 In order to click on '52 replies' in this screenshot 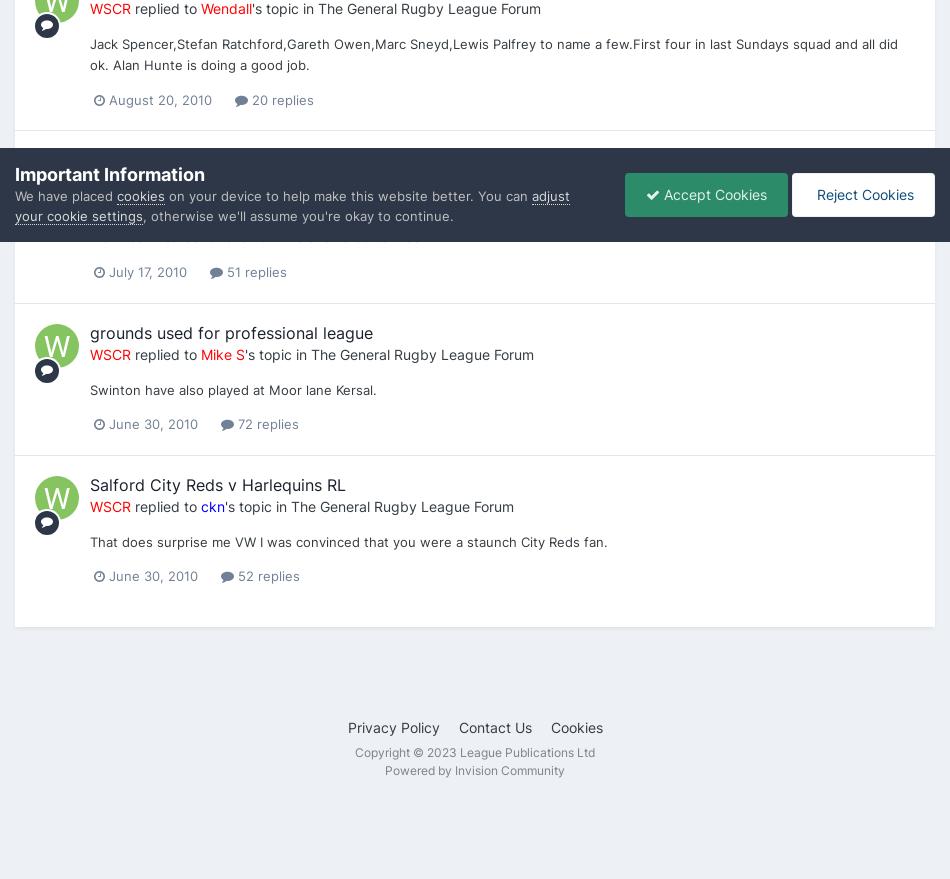, I will do `click(266, 575)`.